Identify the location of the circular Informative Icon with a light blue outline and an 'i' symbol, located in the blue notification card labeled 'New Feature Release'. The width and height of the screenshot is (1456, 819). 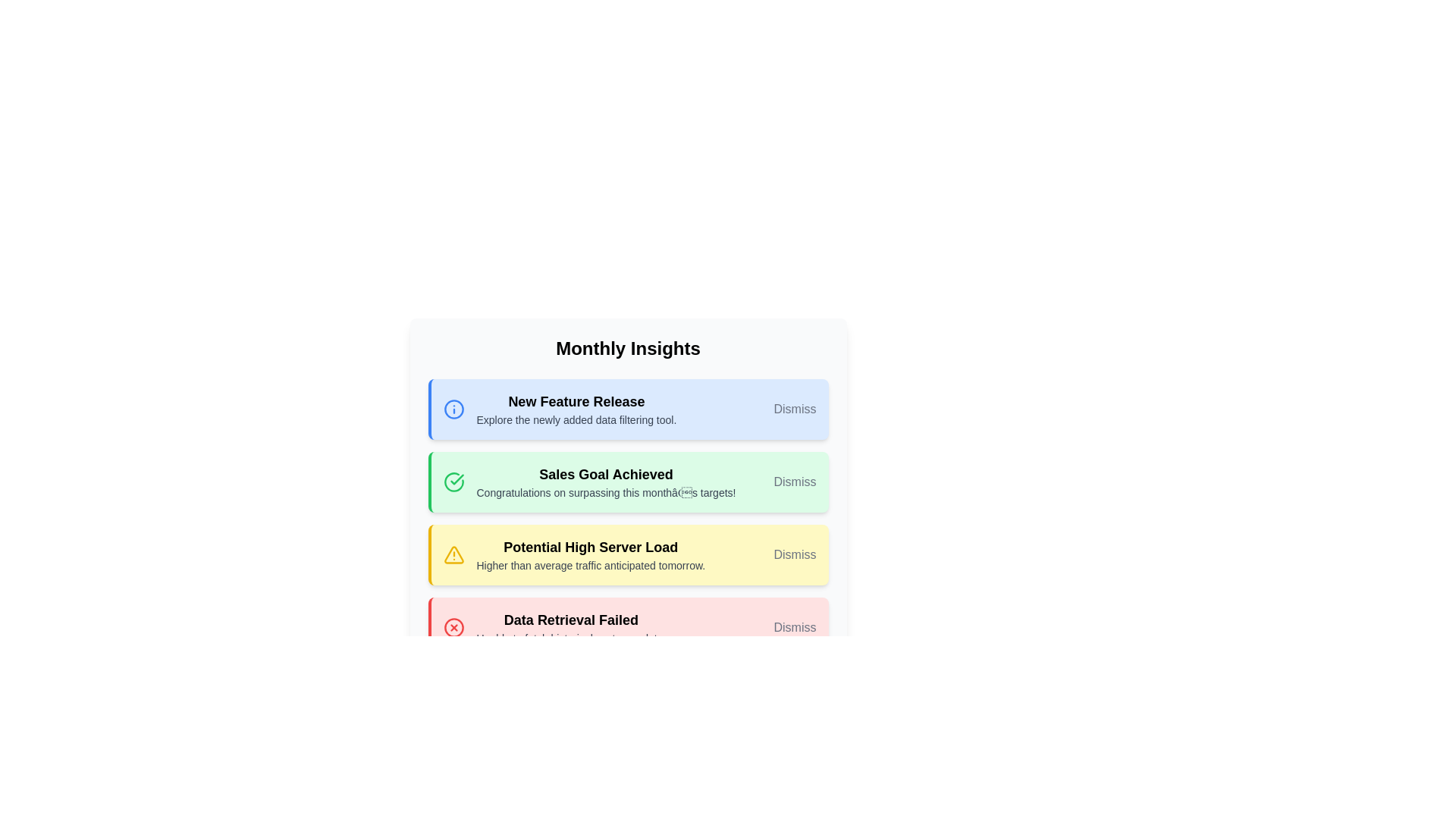
(453, 409).